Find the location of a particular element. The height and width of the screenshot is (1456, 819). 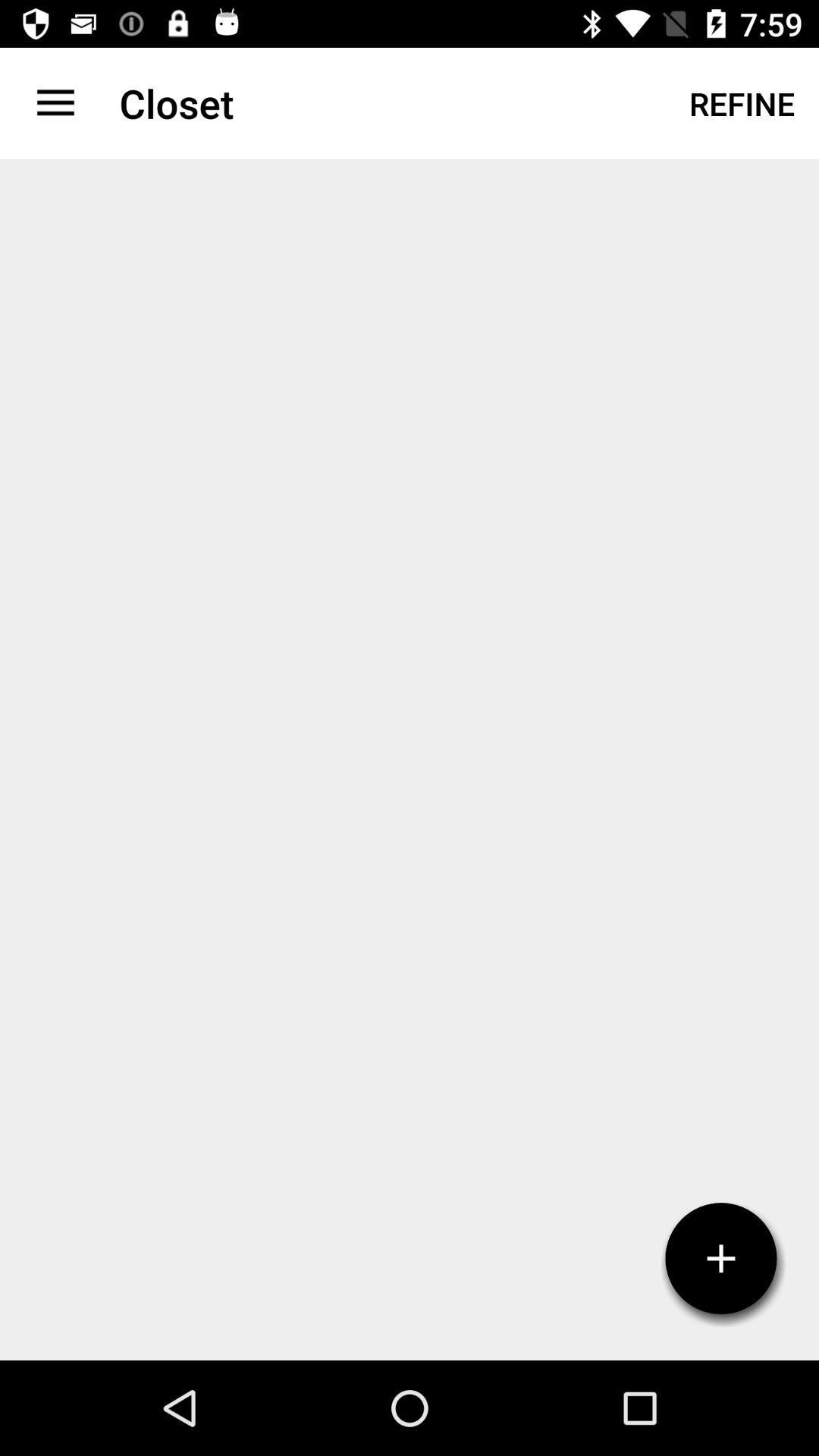

the item to the right of closet app is located at coordinates (741, 102).